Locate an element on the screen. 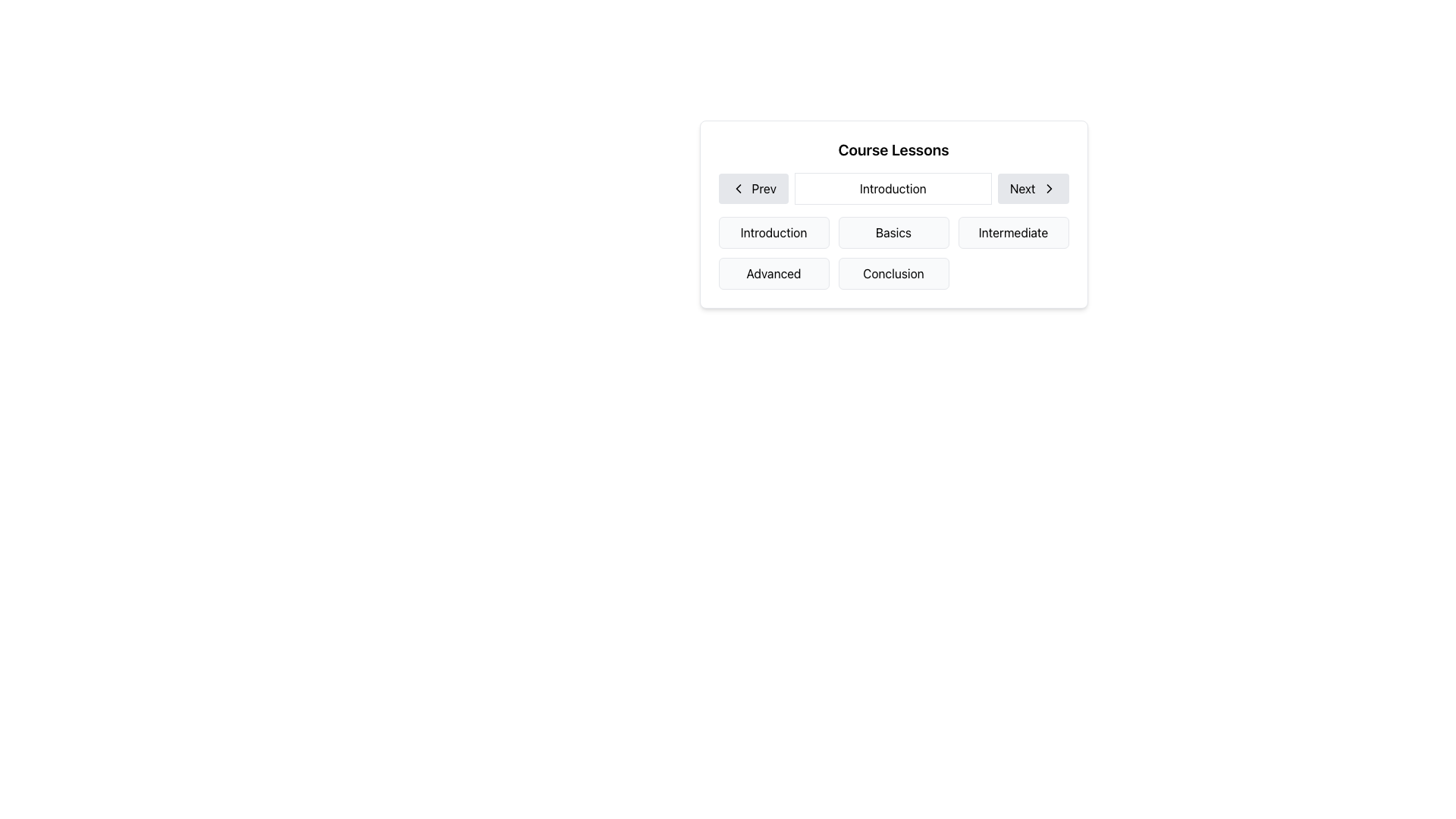 The width and height of the screenshot is (1456, 819). the 'Prev' and 'Next' buttons in the navigation bar is located at coordinates (893, 188).